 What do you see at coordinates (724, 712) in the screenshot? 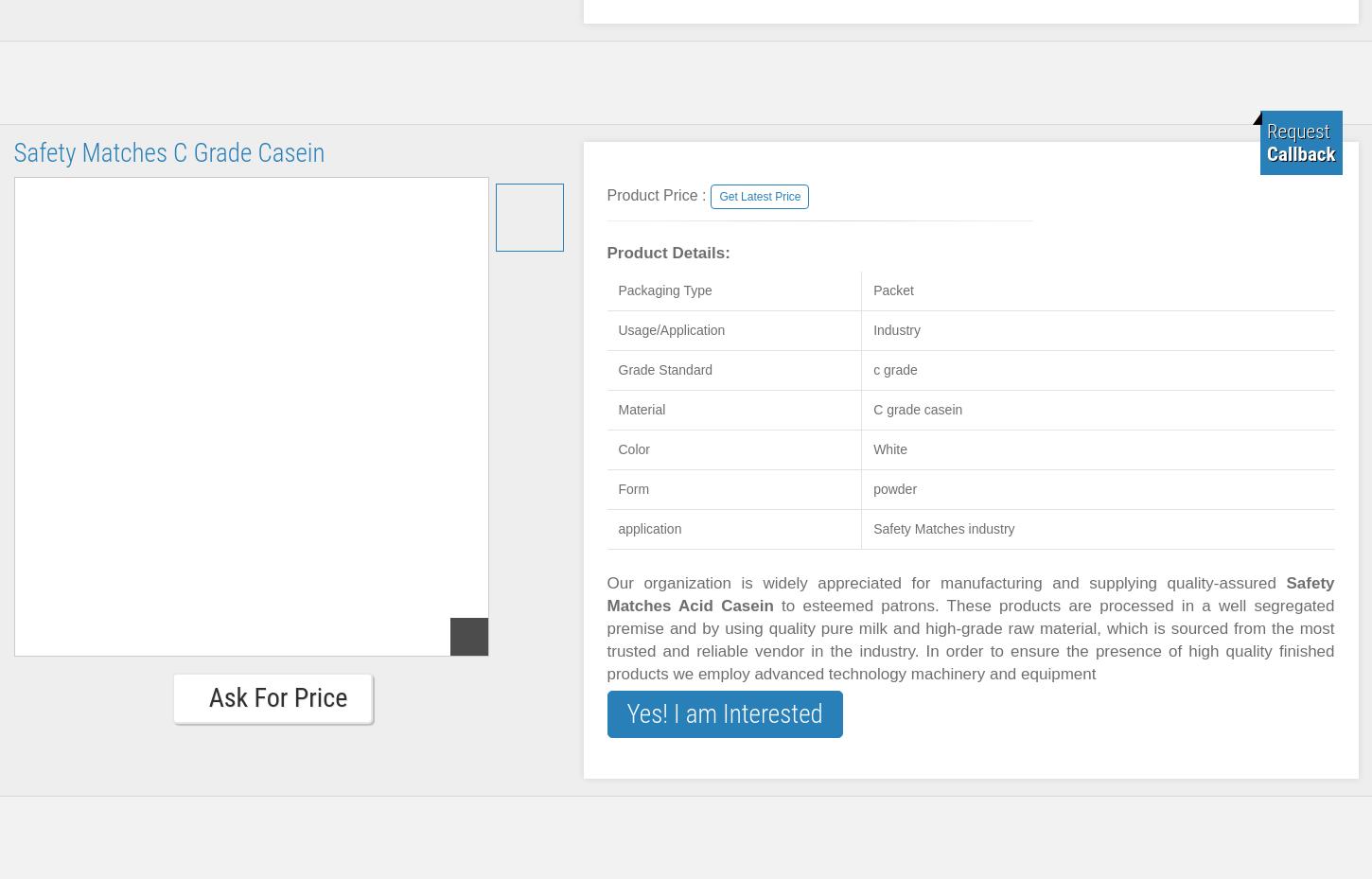
I see `'Yes! I am Interested'` at bounding box center [724, 712].